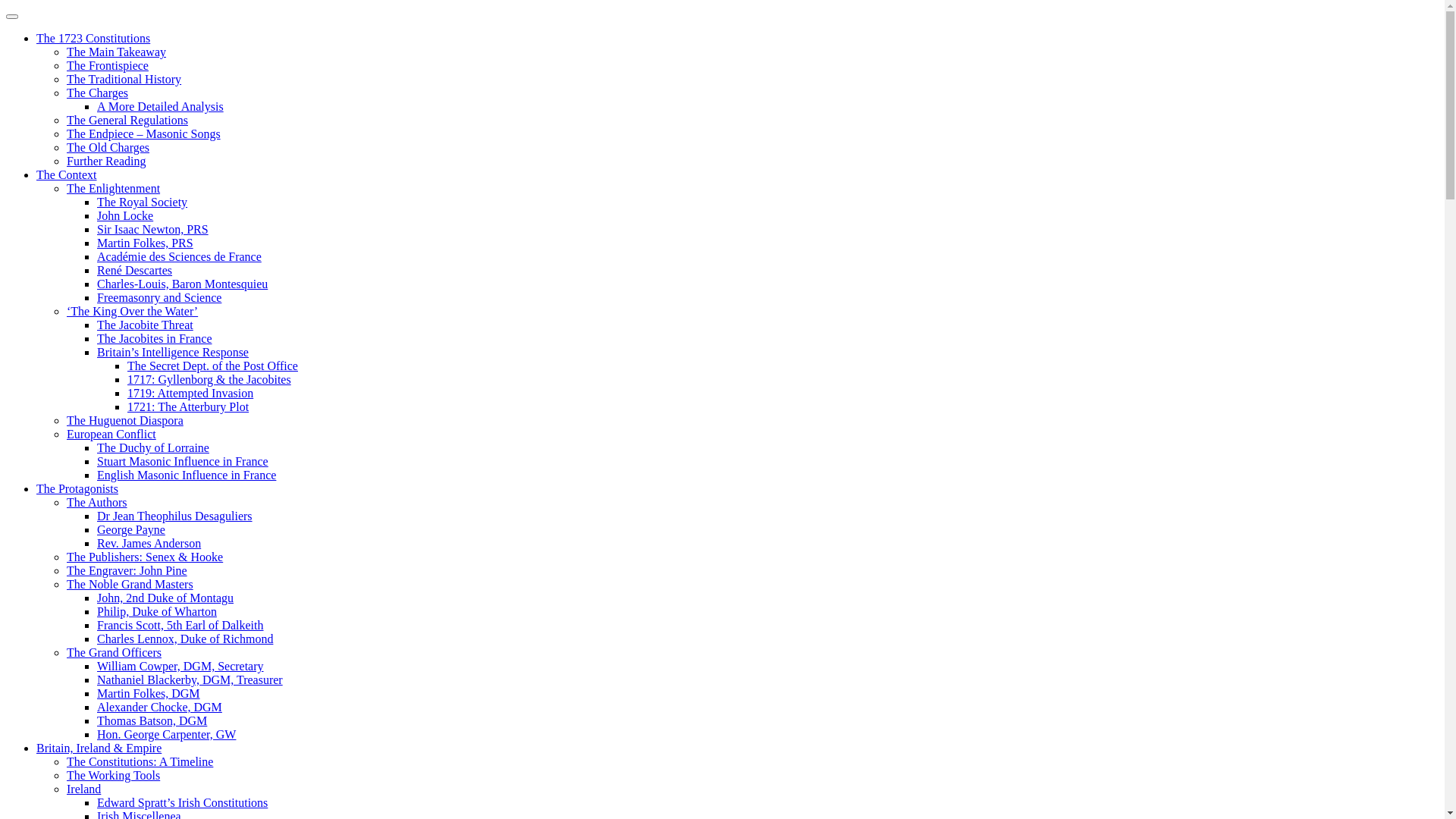 Image resolution: width=1456 pixels, height=819 pixels. Describe the element at coordinates (96, 707) in the screenshot. I see `'Alexander Chocke, DGM'` at that location.